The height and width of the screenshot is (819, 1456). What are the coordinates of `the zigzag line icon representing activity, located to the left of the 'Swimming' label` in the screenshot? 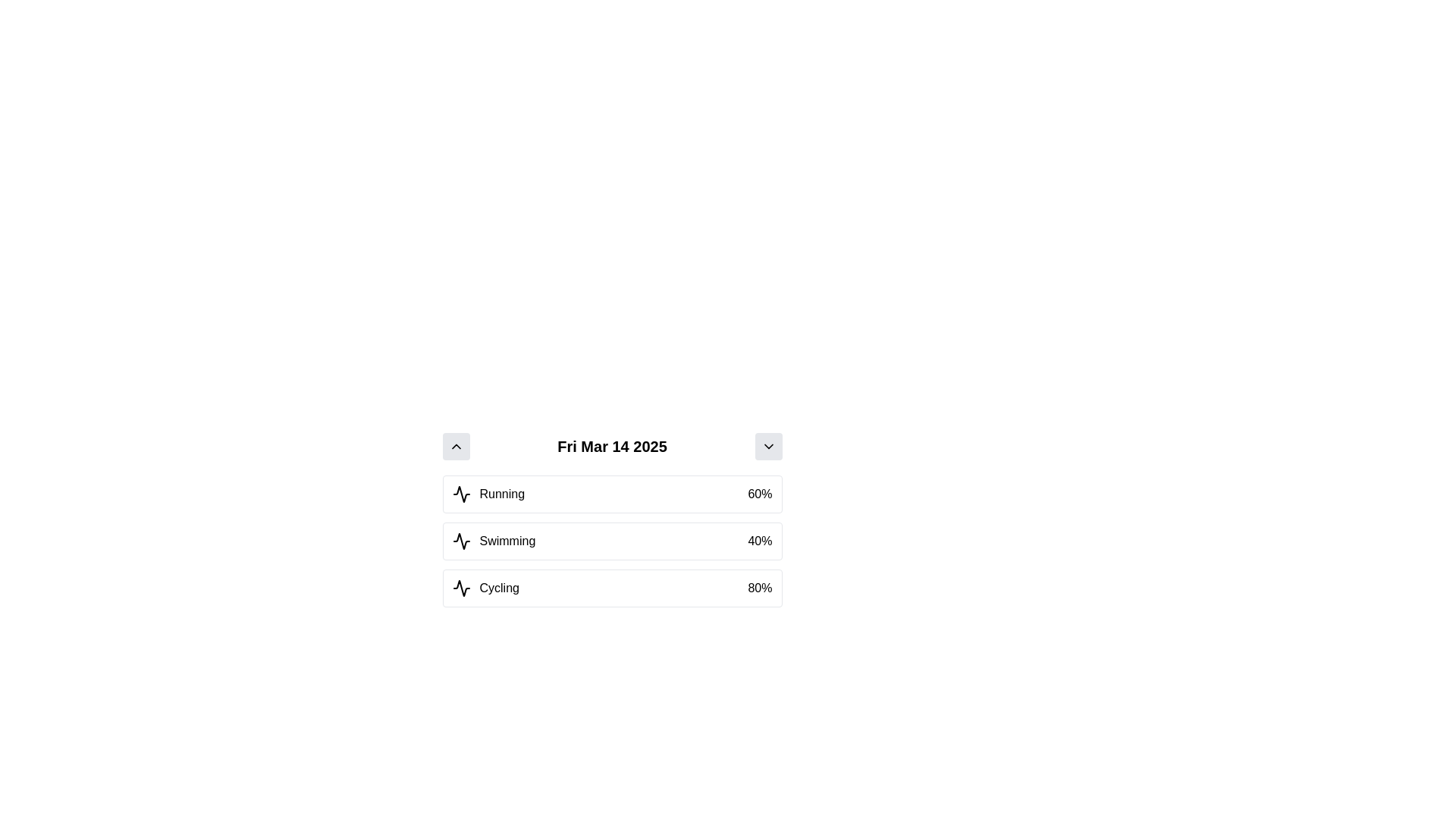 It's located at (460, 540).